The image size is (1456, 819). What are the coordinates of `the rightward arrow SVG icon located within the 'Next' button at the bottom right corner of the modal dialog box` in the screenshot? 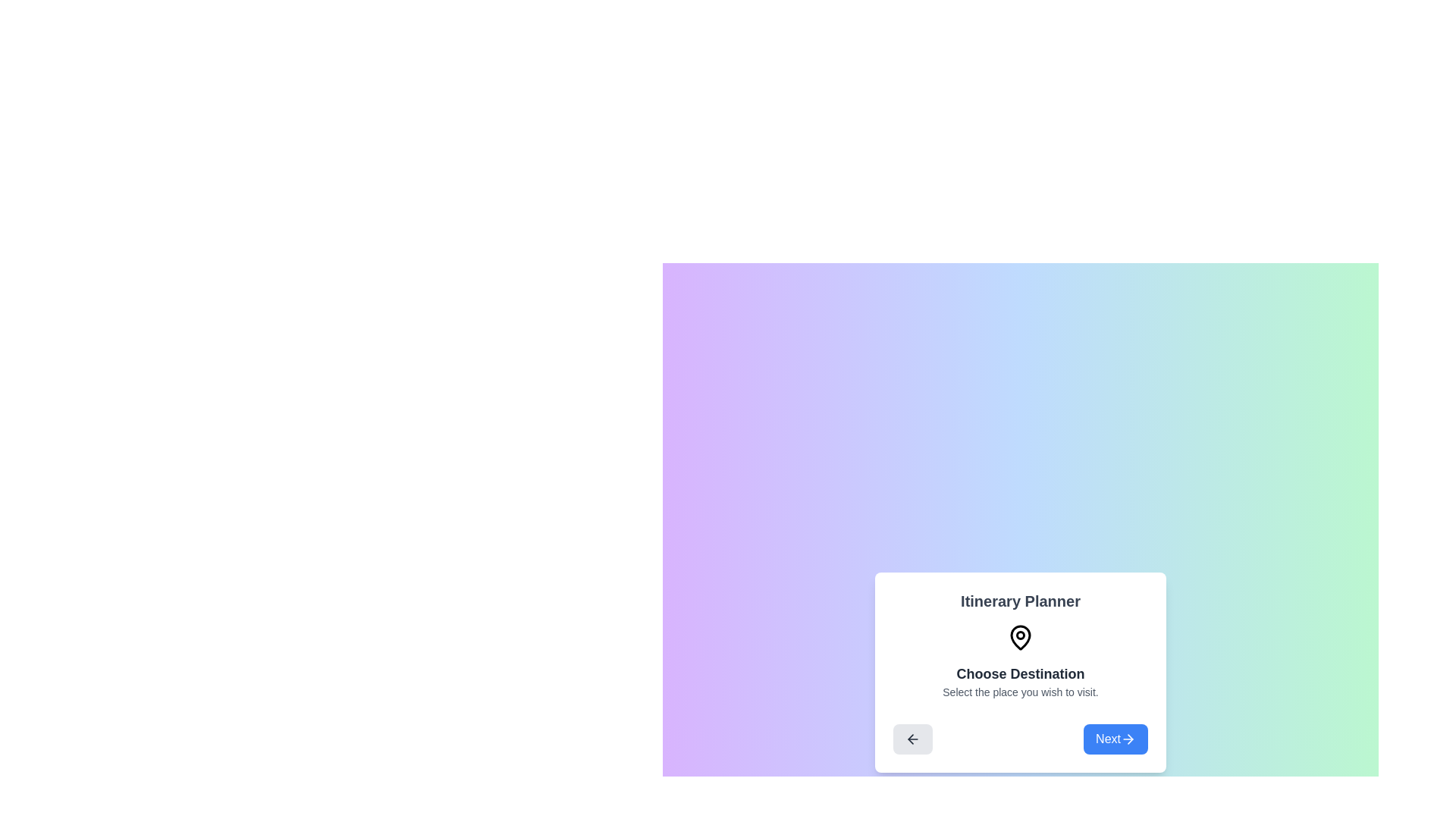 It's located at (1128, 739).